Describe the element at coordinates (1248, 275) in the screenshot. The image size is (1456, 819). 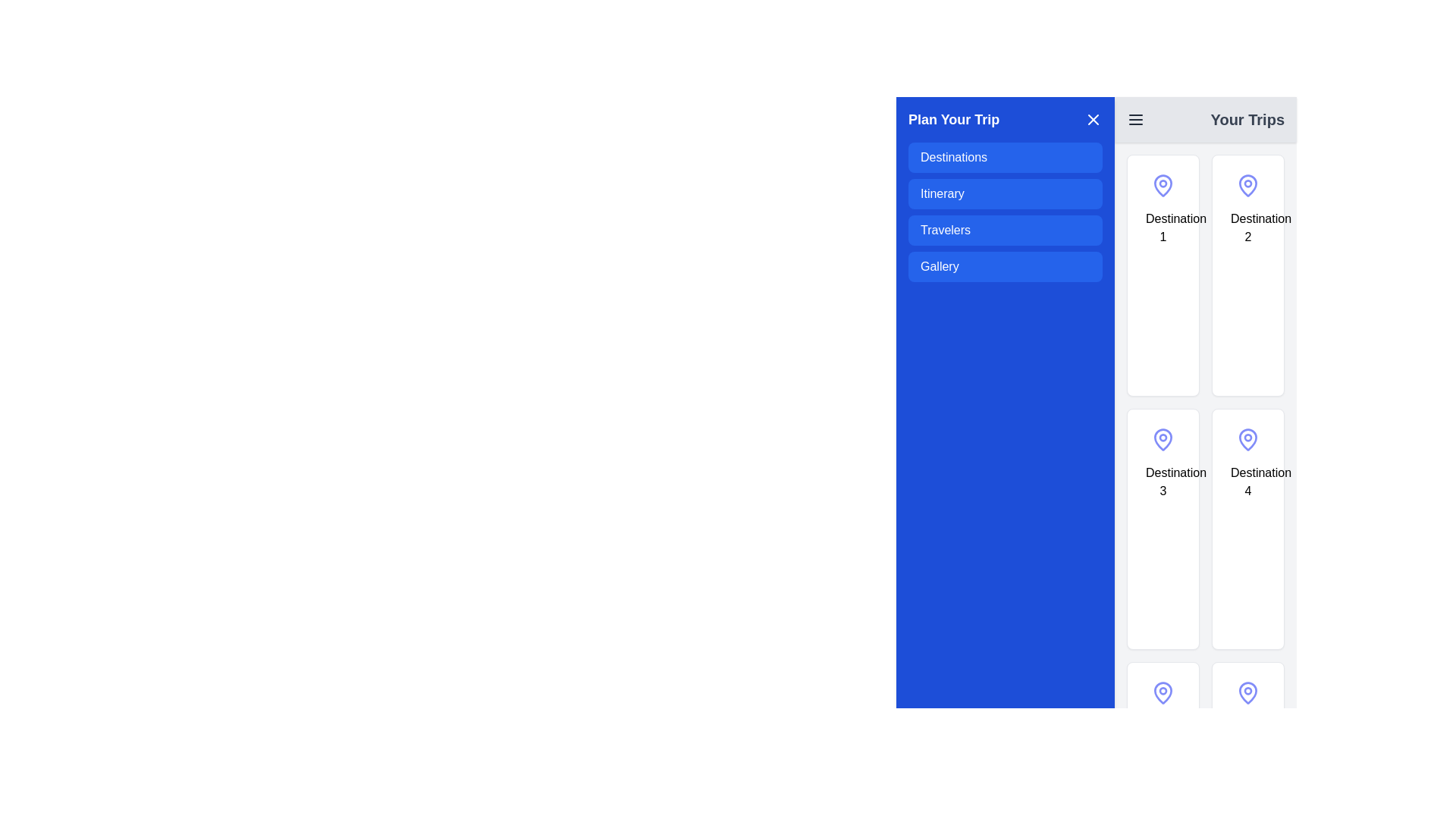
I see `the second selectable card labeled 'Destination 2' in the 'Your Trips' panel` at that location.